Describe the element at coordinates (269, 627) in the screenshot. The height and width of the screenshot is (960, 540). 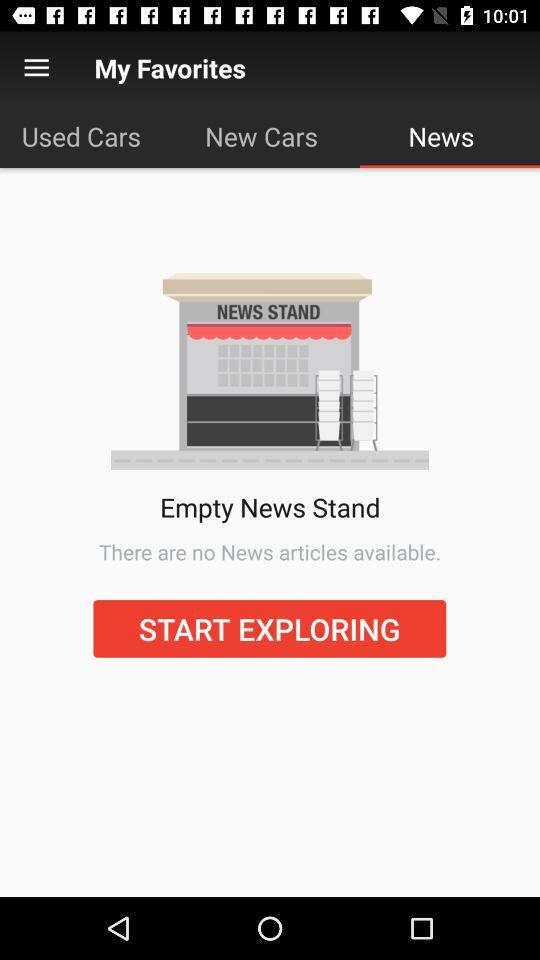
I see `the start exploring` at that location.